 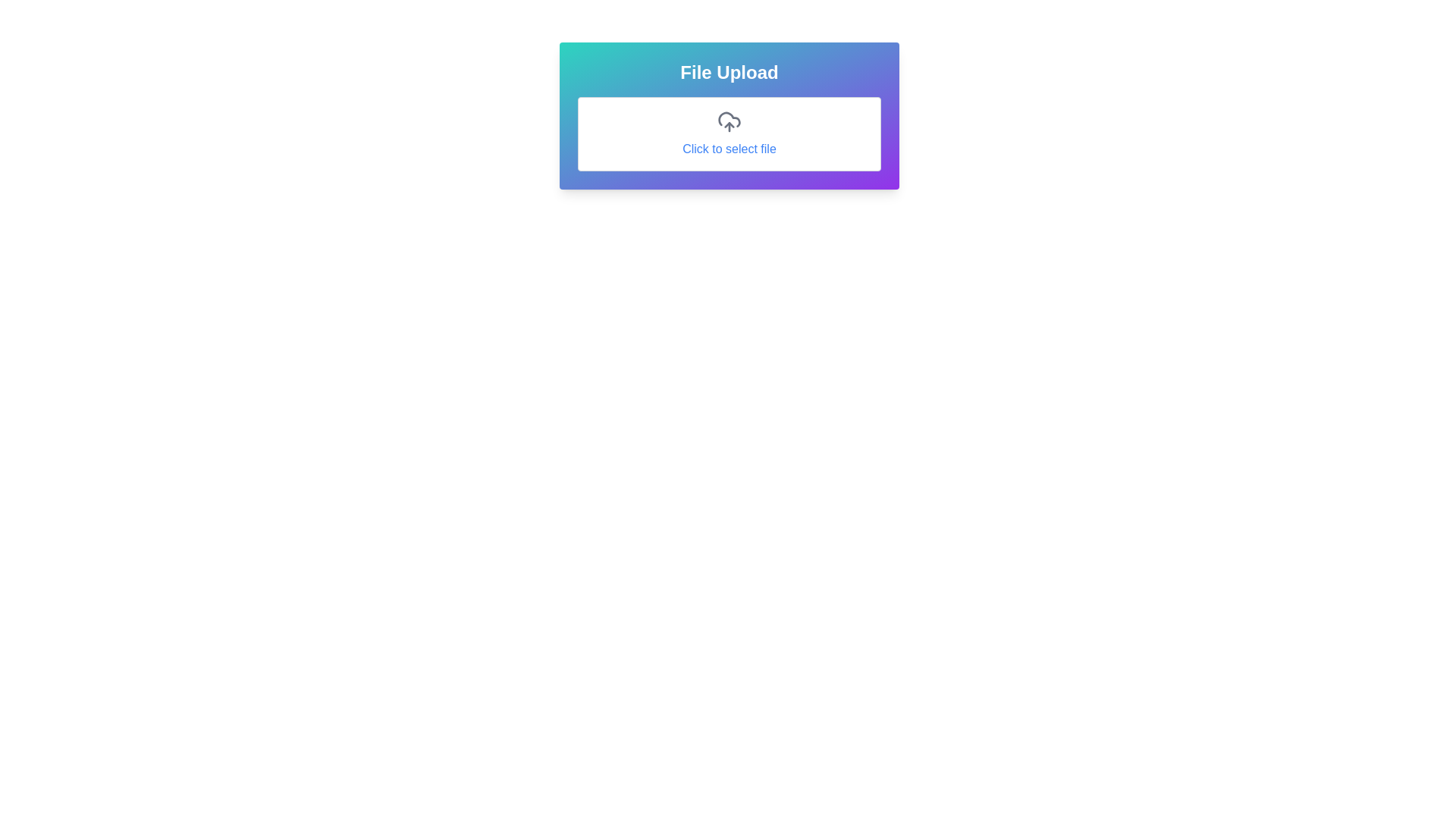 I want to click on the File upload area, which is a rectangular white box with rounded corners containing a gray upload icon and a blue hyperlink labeled 'Click, so click(x=729, y=133).